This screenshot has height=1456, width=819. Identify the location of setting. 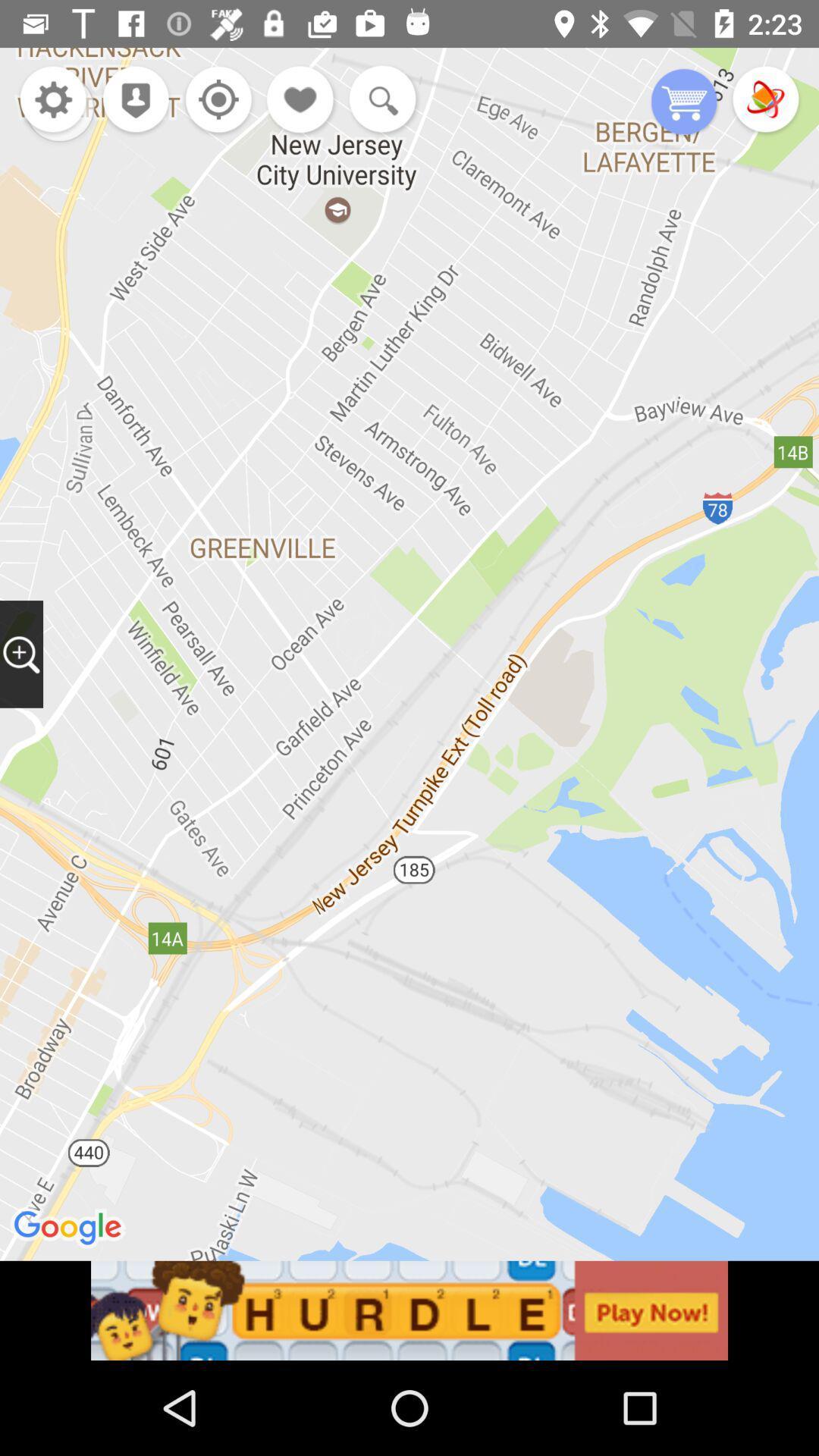
(52, 100).